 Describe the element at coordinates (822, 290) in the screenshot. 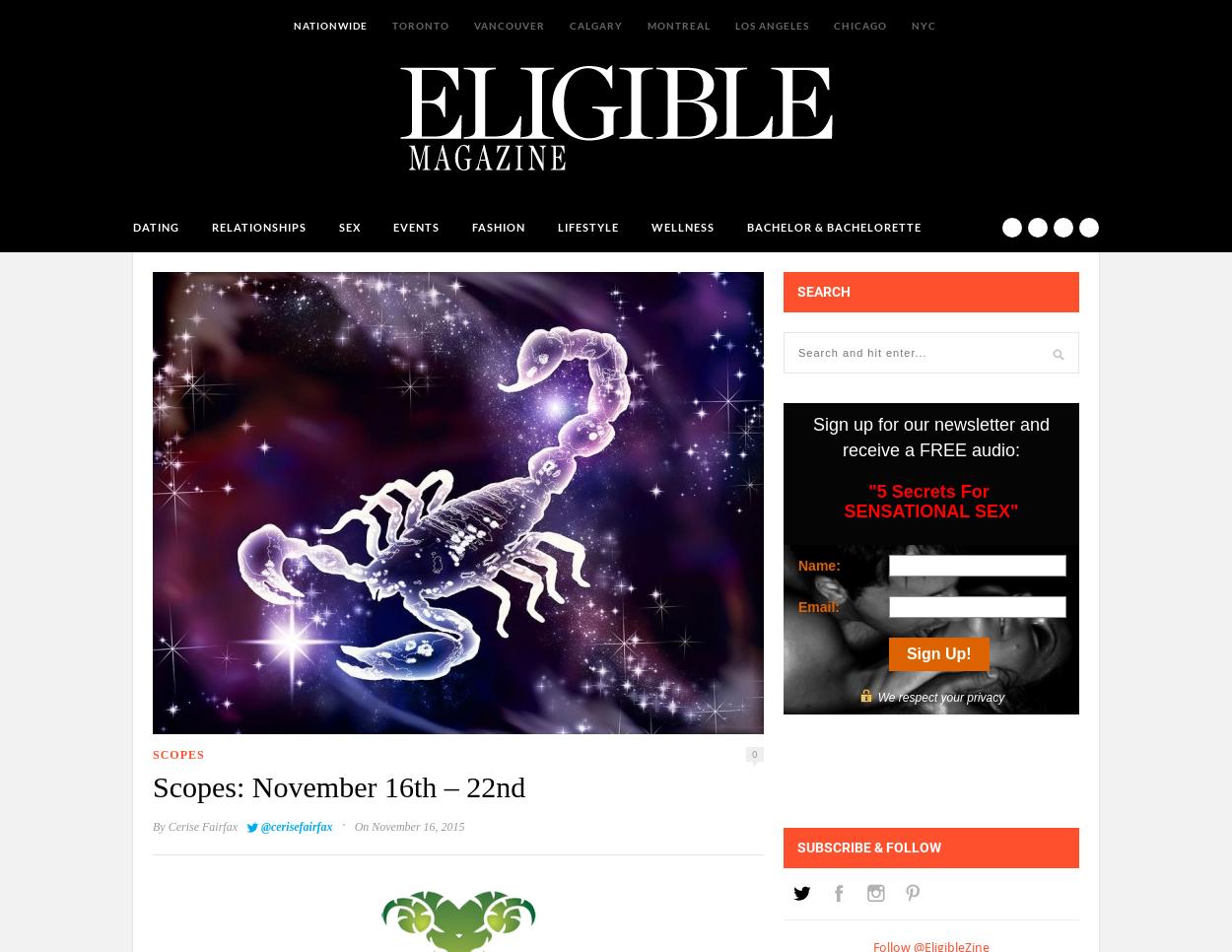

I see `'Search'` at that location.